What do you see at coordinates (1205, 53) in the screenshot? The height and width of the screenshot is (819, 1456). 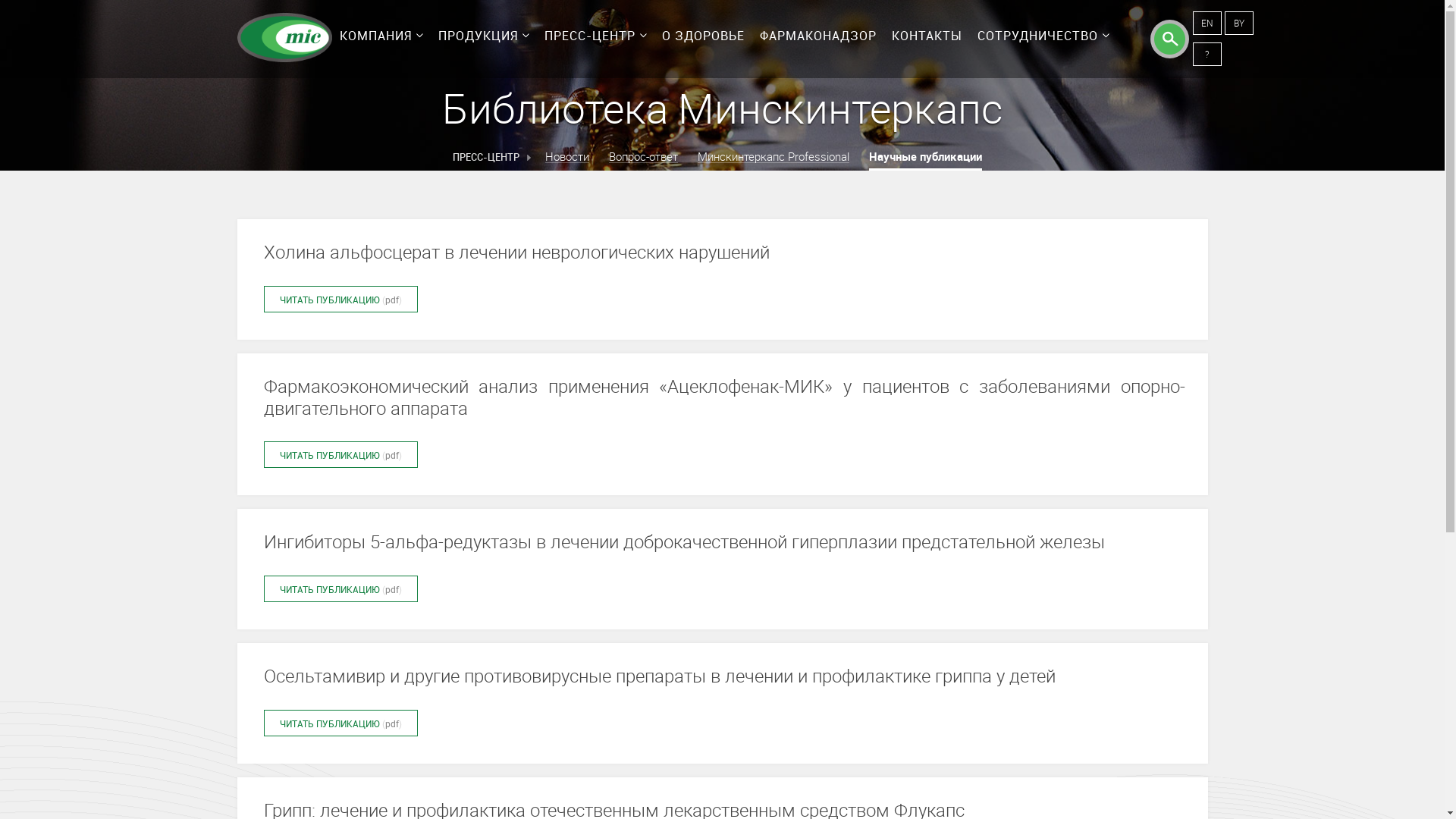 I see `'?'` at bounding box center [1205, 53].